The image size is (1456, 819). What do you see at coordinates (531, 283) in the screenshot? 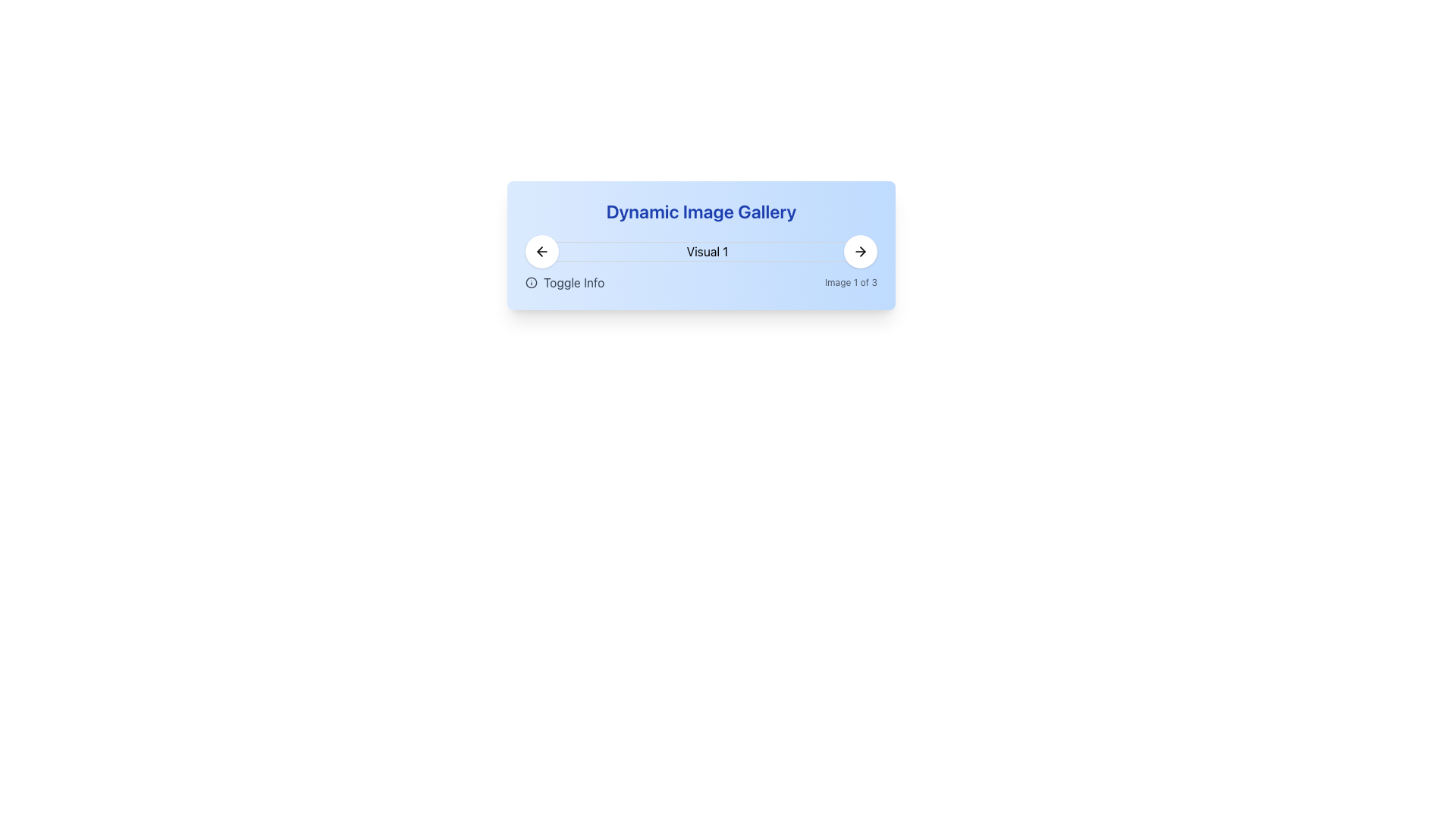
I see `the information SVG icon located to the far left of the 'Toggle Info' text group, positioned near the bottom-left corner of the component area` at bounding box center [531, 283].